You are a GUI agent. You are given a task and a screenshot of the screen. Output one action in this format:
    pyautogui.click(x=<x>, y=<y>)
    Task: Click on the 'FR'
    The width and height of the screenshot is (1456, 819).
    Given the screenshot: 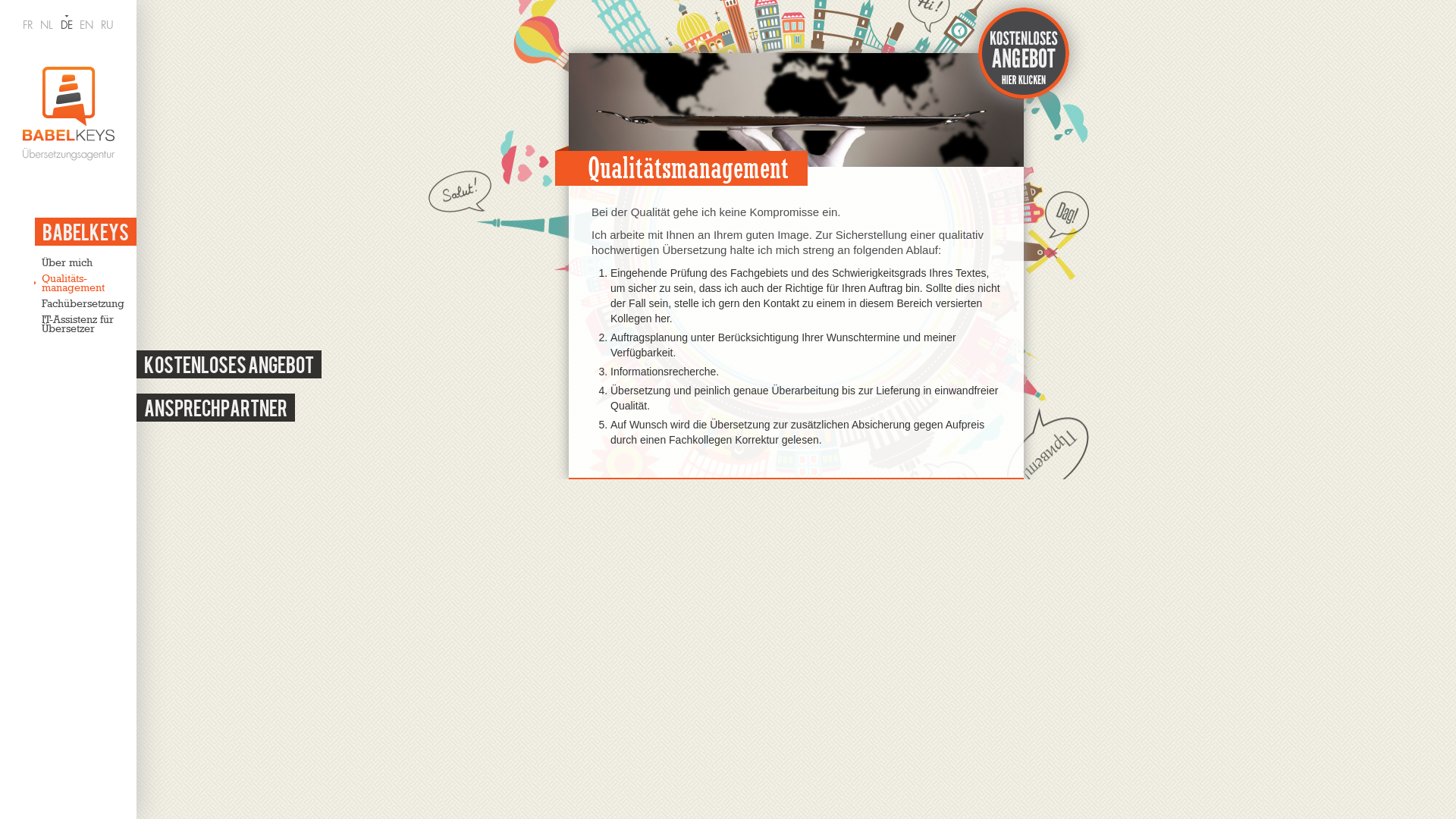 What is the action you would take?
    pyautogui.click(x=27, y=25)
    